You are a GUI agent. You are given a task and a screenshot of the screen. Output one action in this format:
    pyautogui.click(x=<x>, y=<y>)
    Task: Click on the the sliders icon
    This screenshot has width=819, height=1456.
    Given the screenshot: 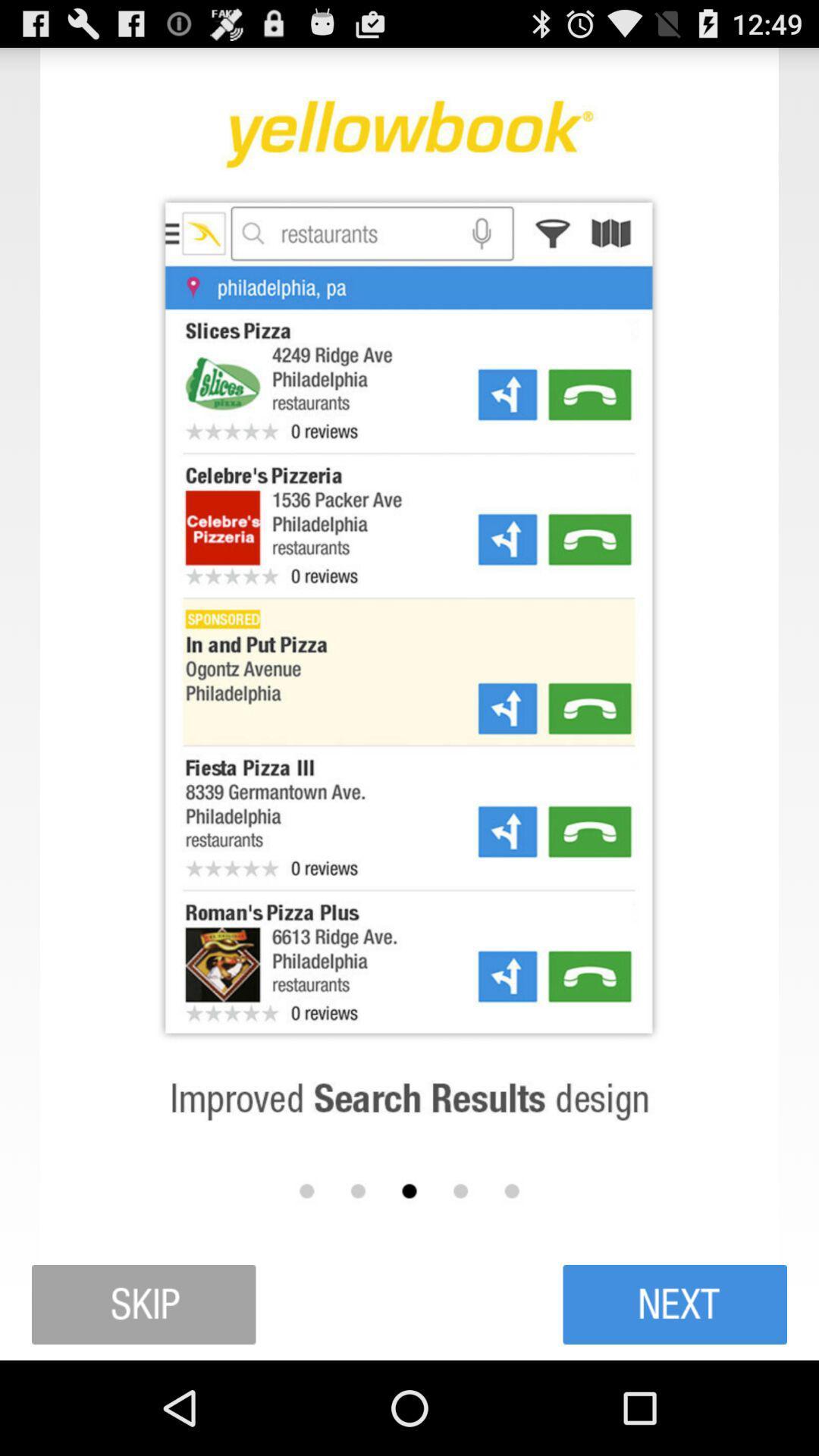 What is the action you would take?
    pyautogui.click(x=674, y=1395)
    